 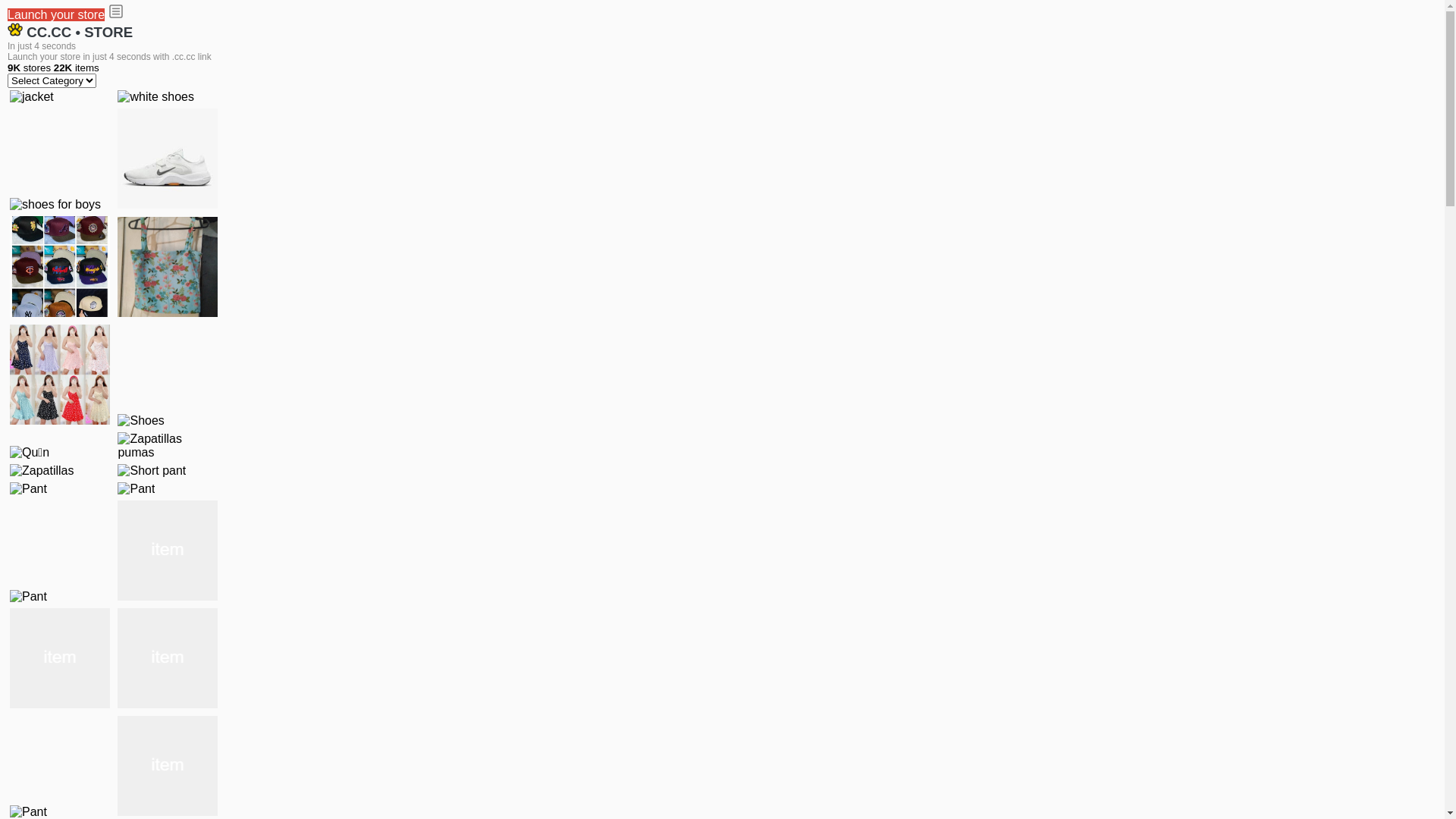 What do you see at coordinates (28, 595) in the screenshot?
I see `'Pant'` at bounding box center [28, 595].